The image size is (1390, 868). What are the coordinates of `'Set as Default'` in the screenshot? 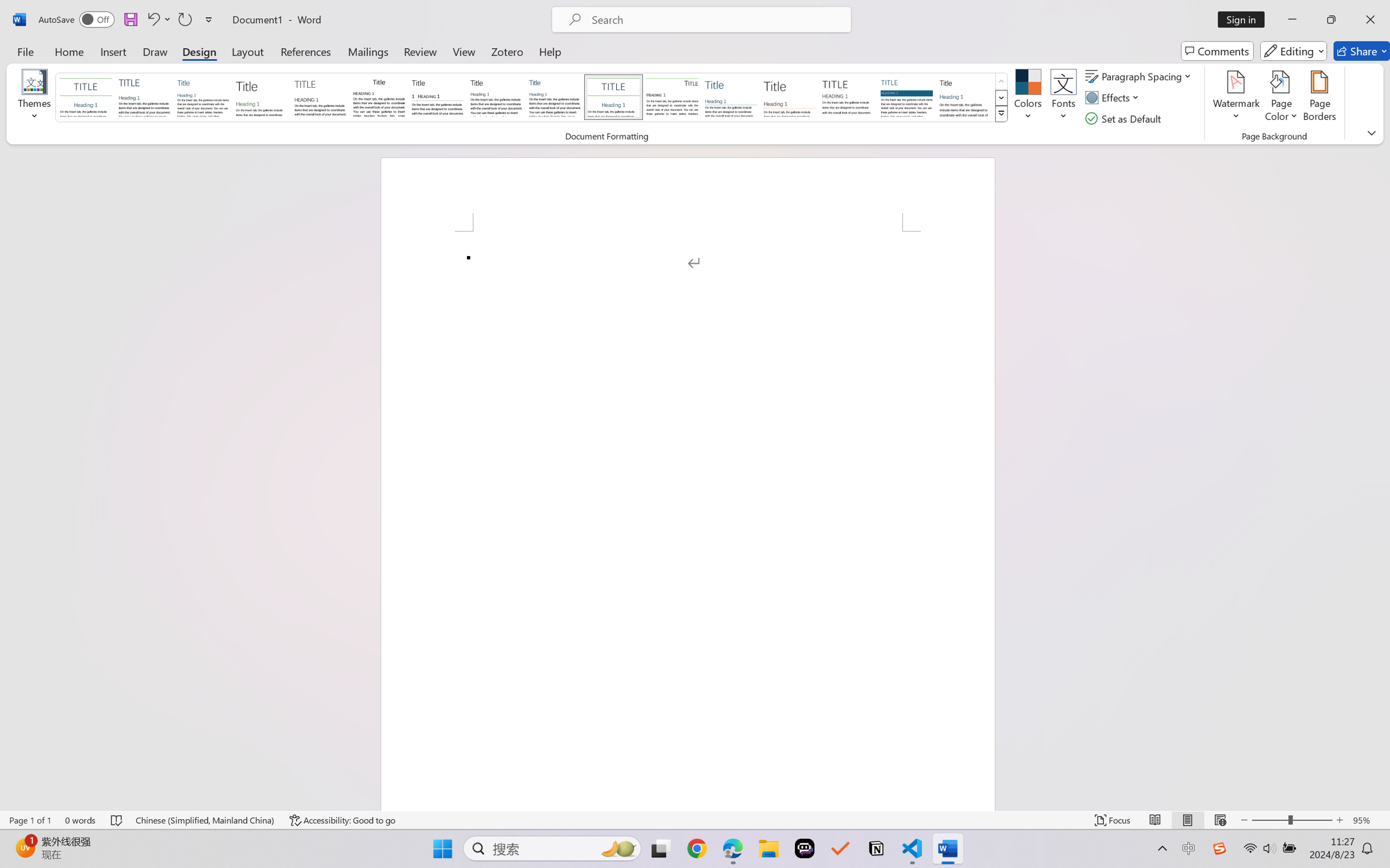 It's located at (1125, 119).